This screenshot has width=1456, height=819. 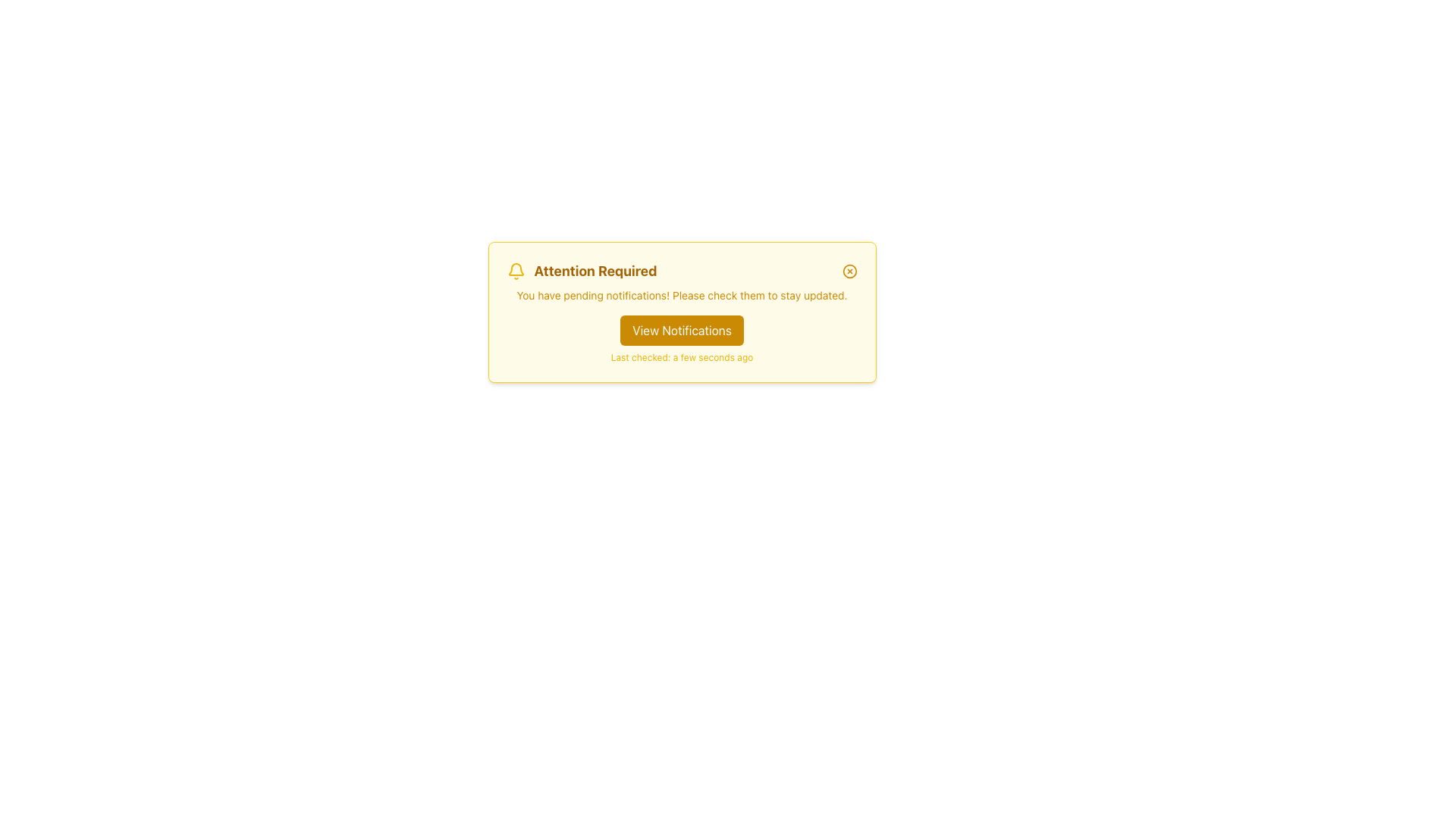 What do you see at coordinates (581, 271) in the screenshot?
I see `message displayed in the 'Attention Required' text label, which is styled in bold yellow-orange font, accompanied by a yellow bell icon, located near the top-left corner of the alert box` at bounding box center [581, 271].